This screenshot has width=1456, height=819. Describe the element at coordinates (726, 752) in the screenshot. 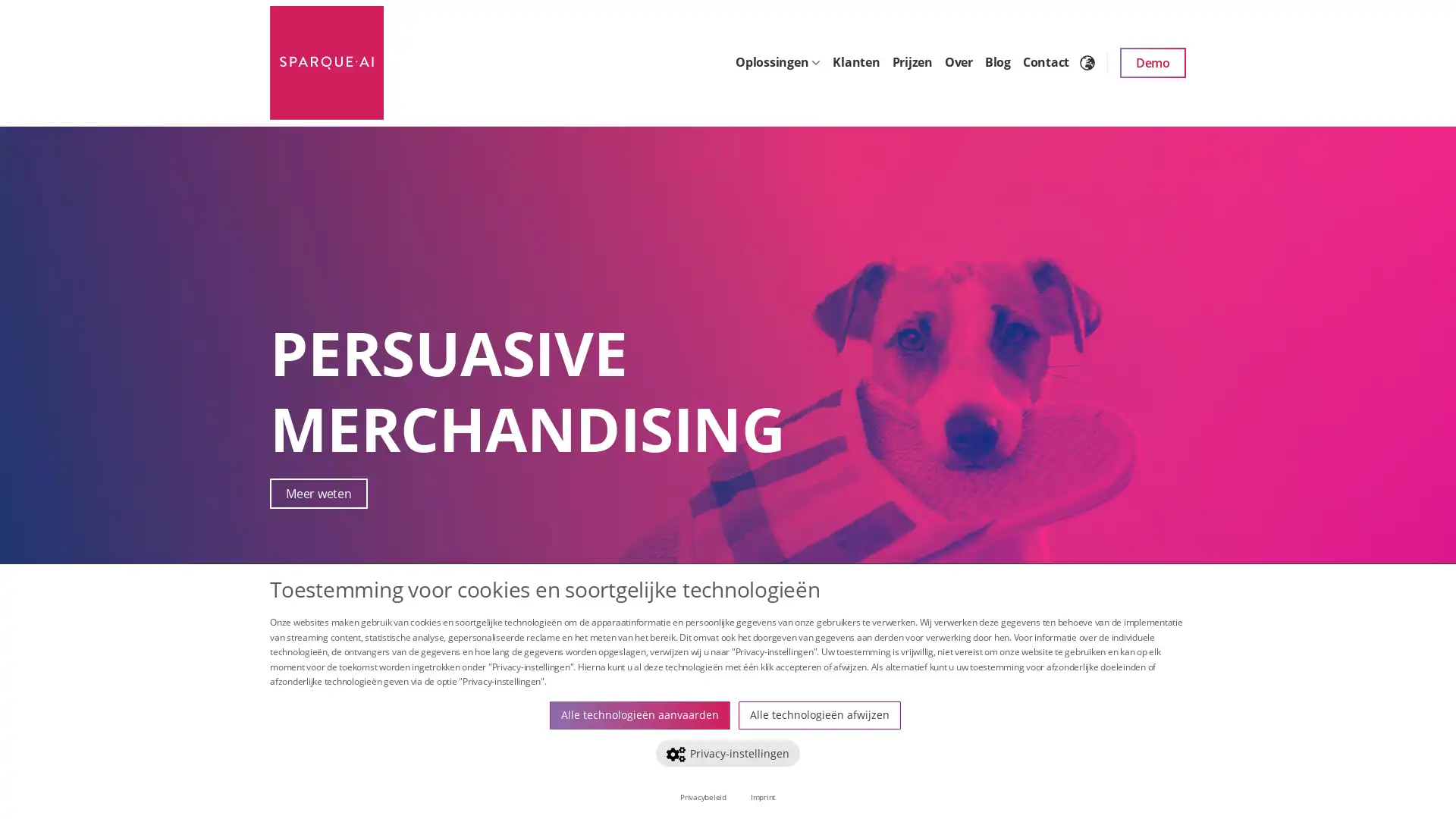

I see `Privacy-instellingen` at that location.